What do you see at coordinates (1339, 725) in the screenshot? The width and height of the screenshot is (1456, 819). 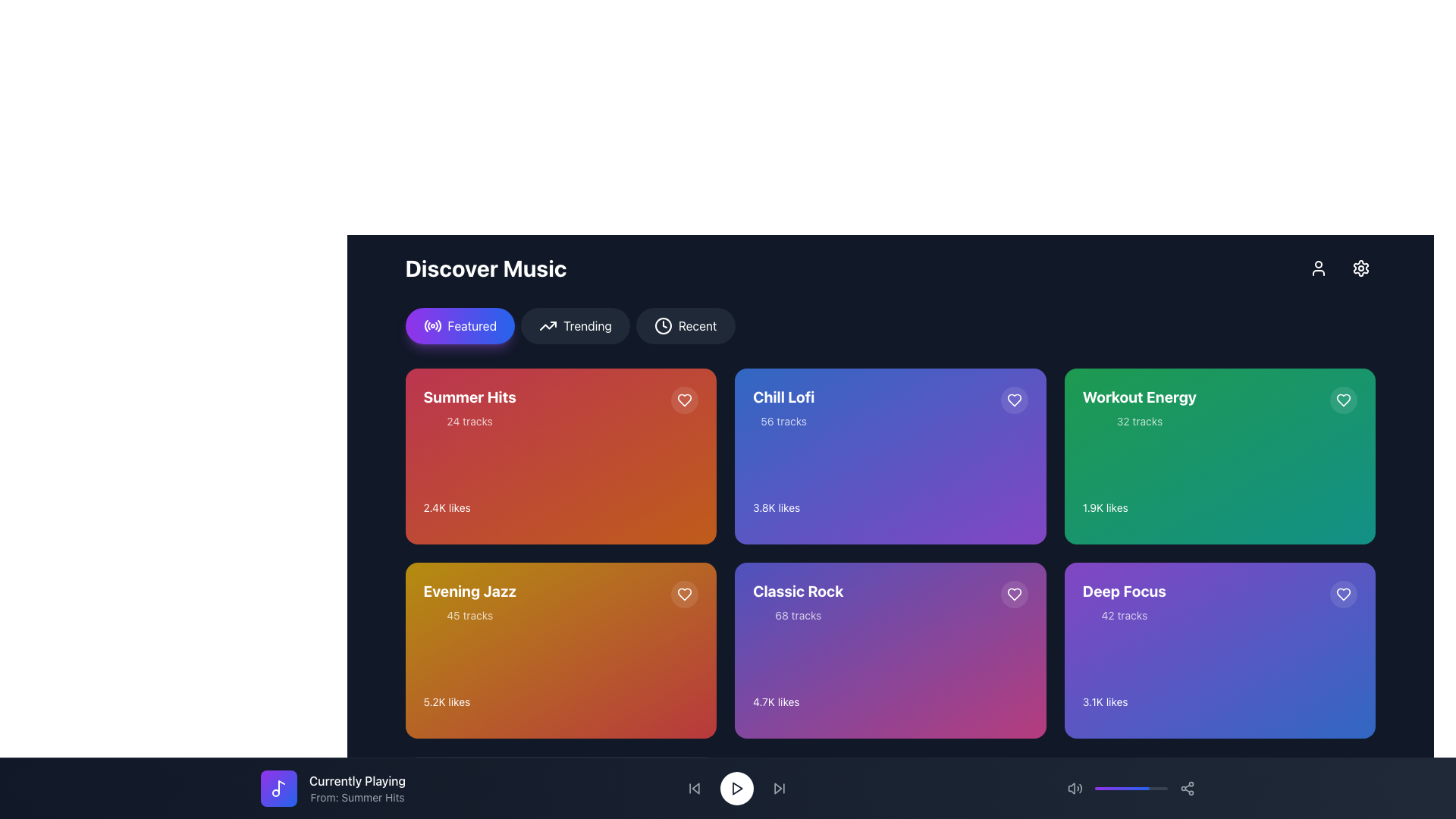 I see `the circular play button with a white background located in the bottom-right corner of the 'Deep Focus' card in the 'Discover Music' grid layout to observe visual effects` at bounding box center [1339, 725].